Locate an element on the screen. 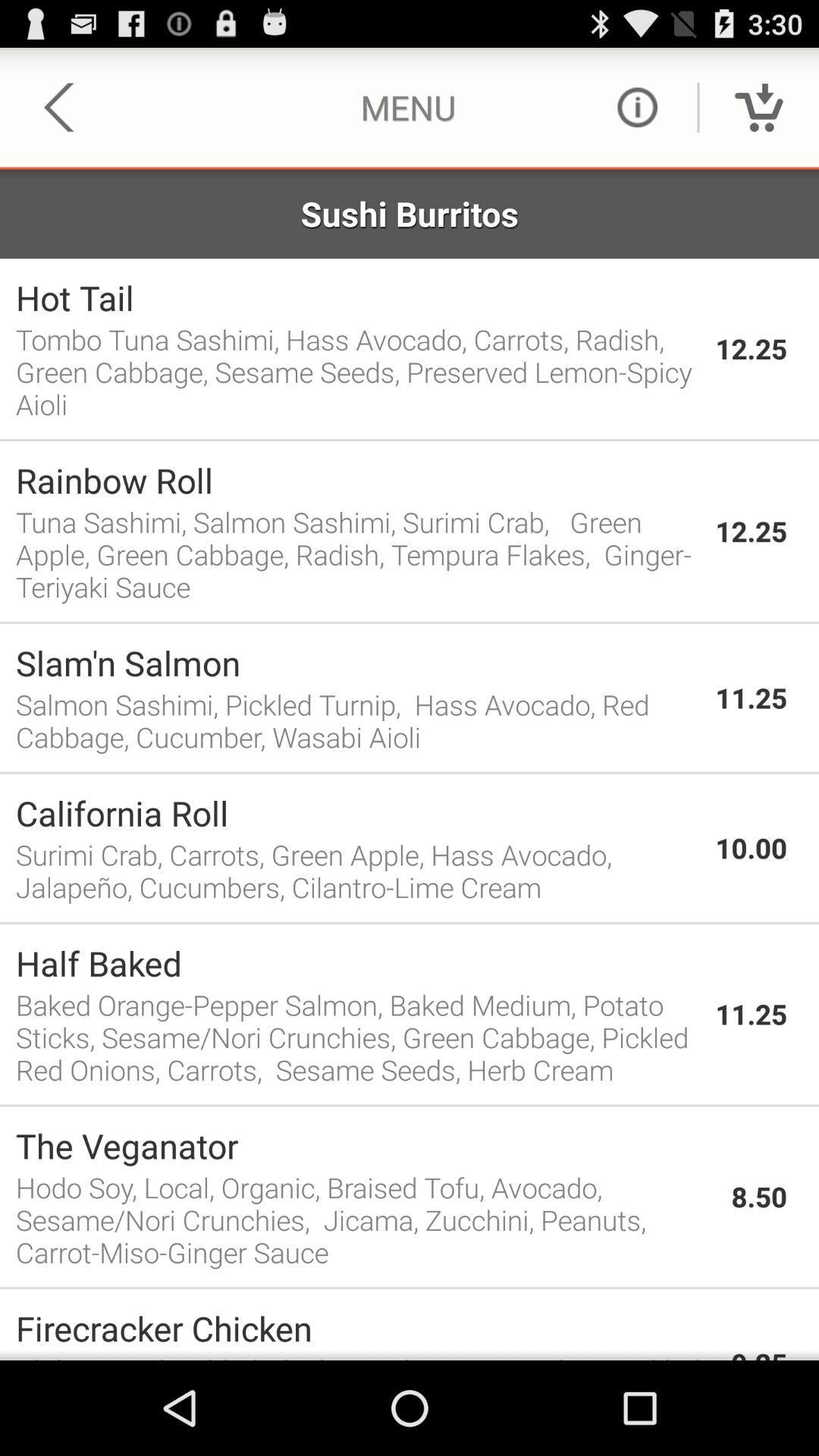 This screenshot has height=1456, width=819. the app above california roll app is located at coordinates (409, 773).